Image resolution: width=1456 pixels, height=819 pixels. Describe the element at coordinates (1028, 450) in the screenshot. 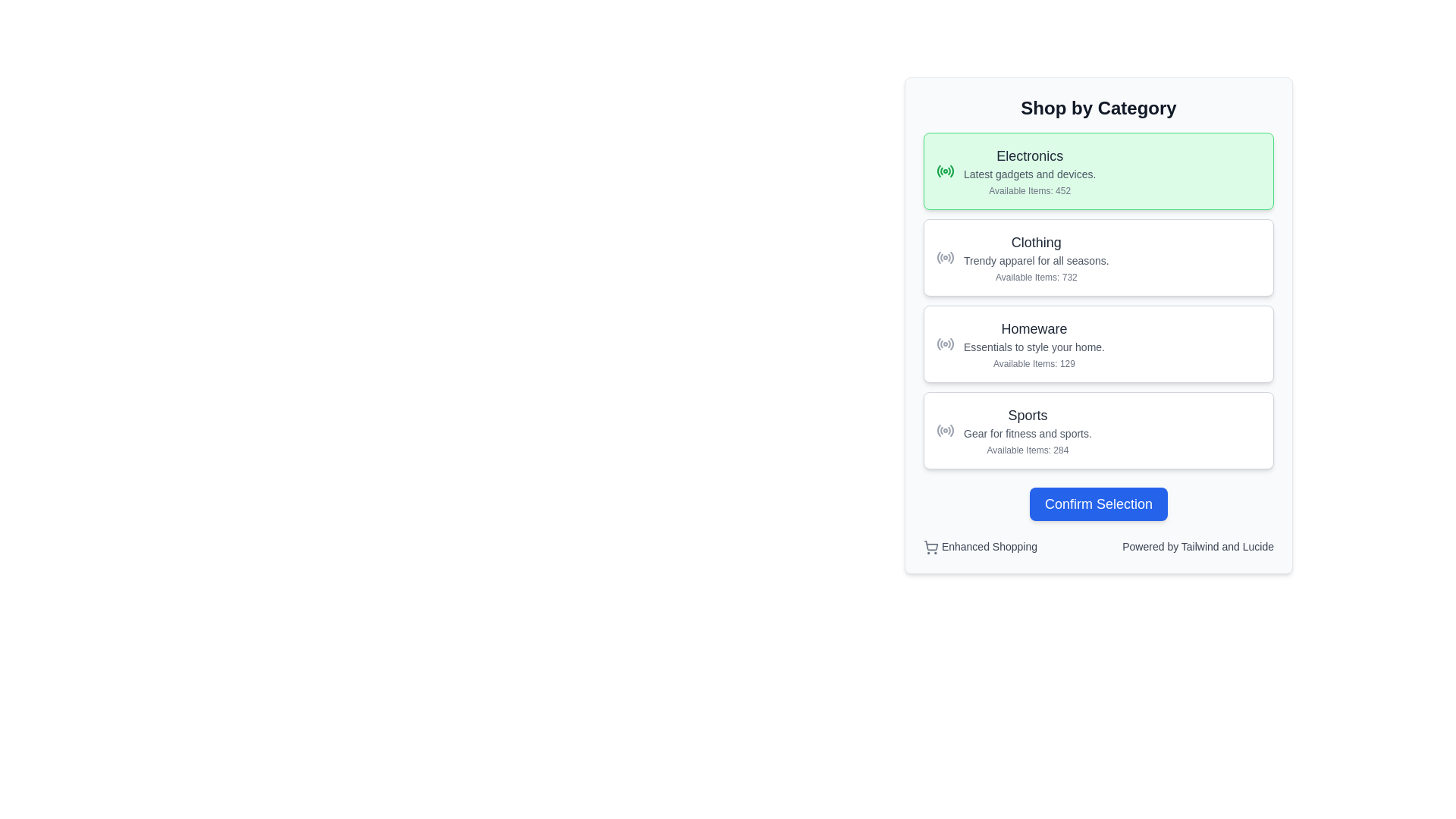

I see `the static text label that displays the number of items available in the 'Sports' category, located at the bottom of the 'Sports' card in the 'Shop by Category' list` at that location.